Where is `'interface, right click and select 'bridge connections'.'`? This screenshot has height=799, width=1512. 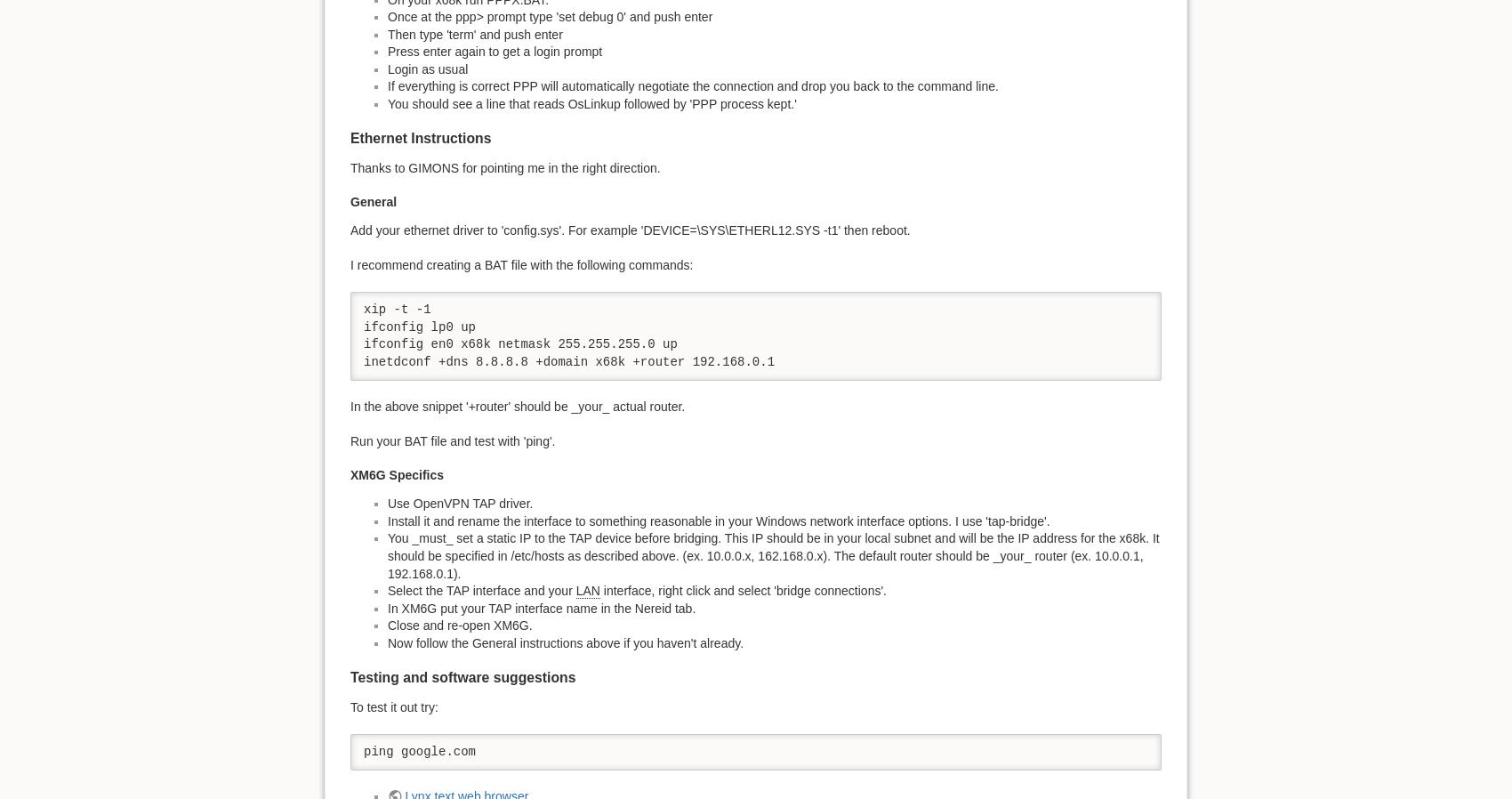 'interface, right click and select 'bridge connections'.' is located at coordinates (742, 589).